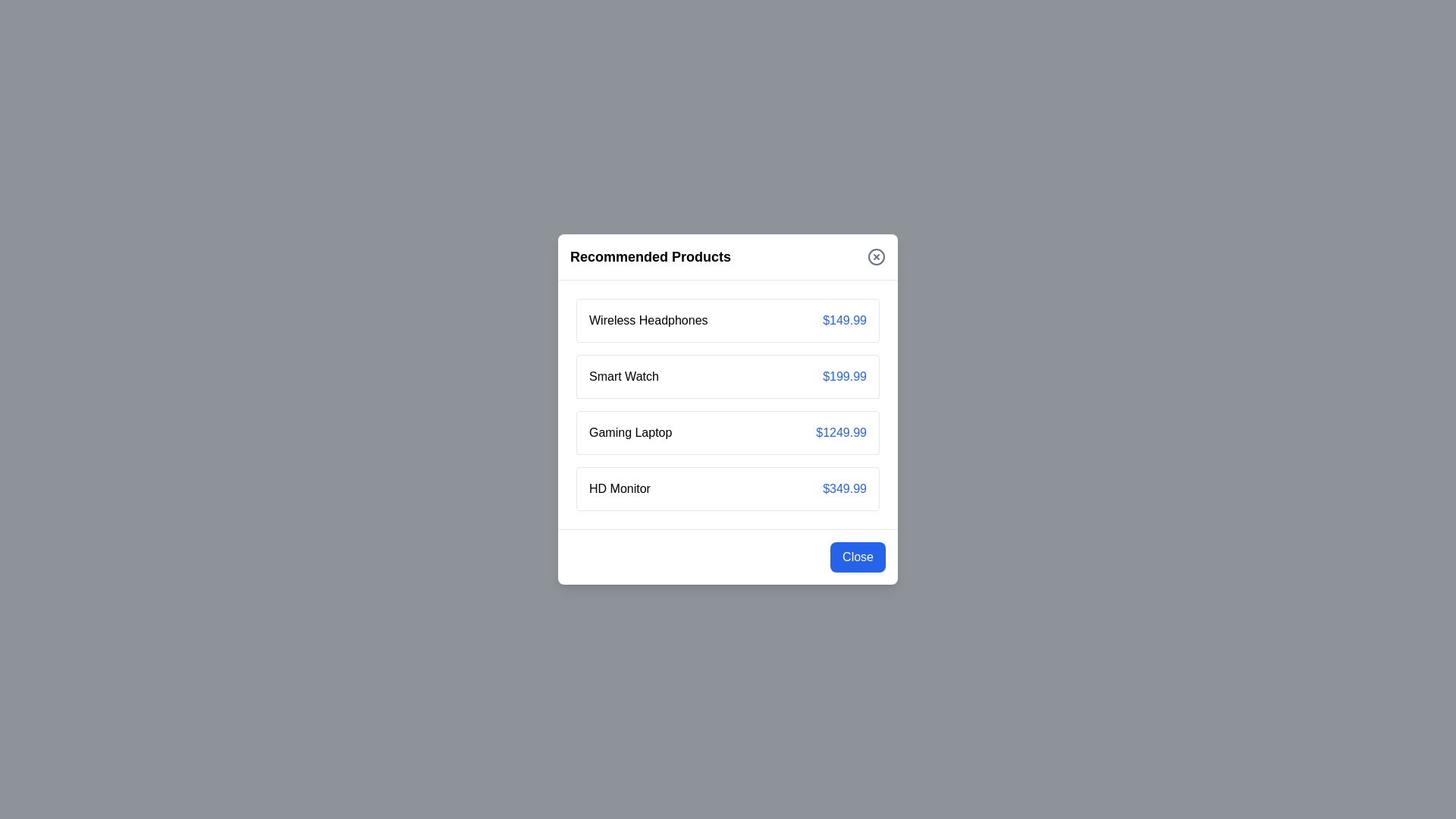  What do you see at coordinates (877, 256) in the screenshot?
I see `the close button located at the top-right of the dialog` at bounding box center [877, 256].